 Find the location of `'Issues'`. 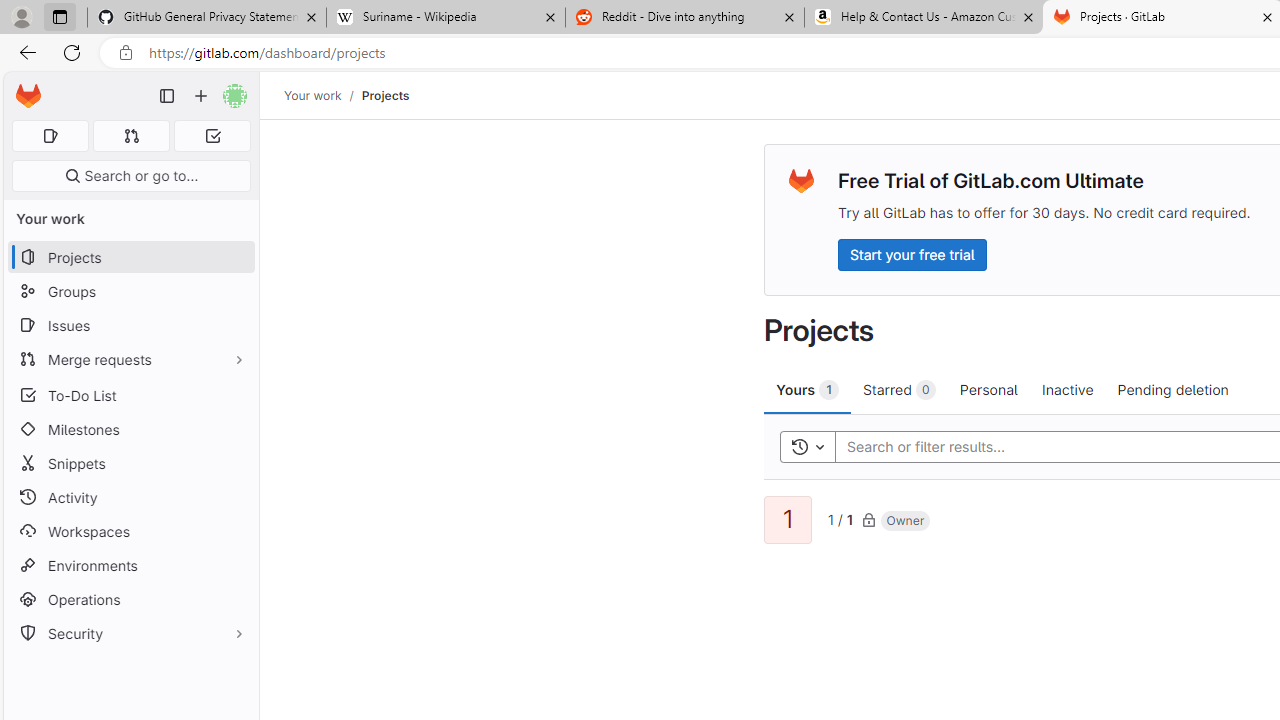

'Issues' is located at coordinates (130, 324).